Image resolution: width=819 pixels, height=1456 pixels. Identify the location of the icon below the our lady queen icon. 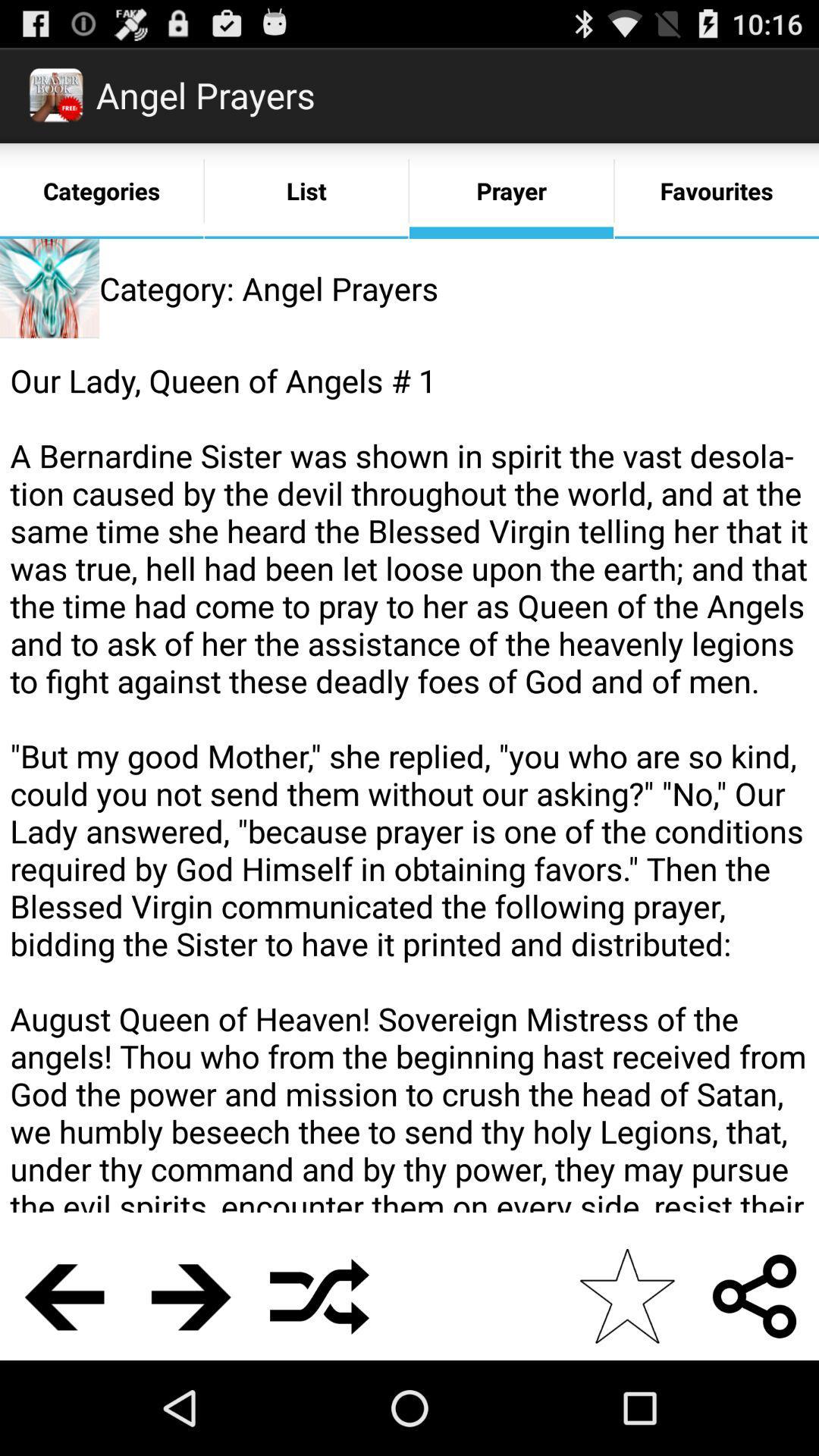
(191, 1295).